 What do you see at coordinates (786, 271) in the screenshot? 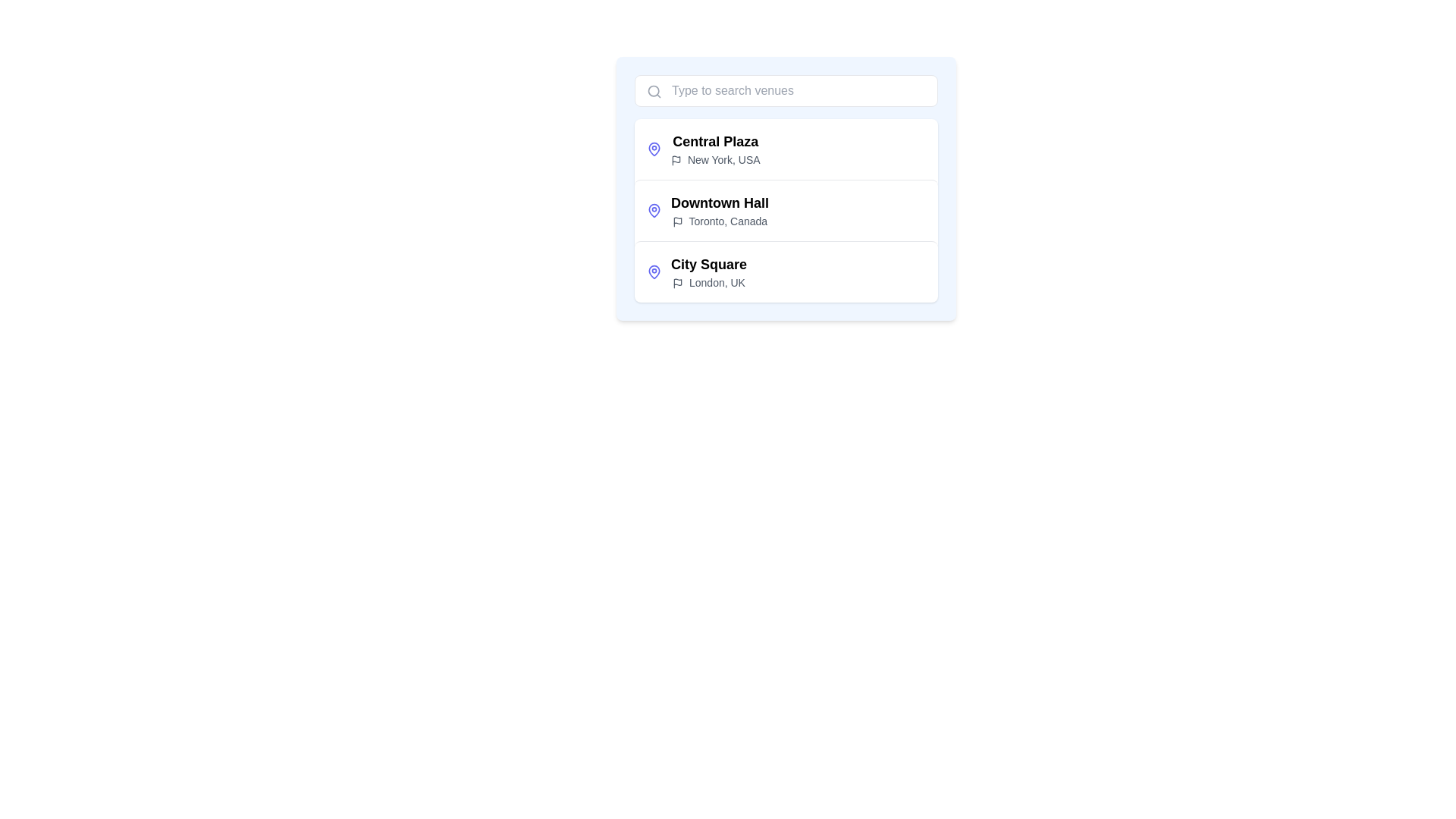
I see `the list item labeled 'City Square, London, UK', which is the third item in a vertical list` at bounding box center [786, 271].